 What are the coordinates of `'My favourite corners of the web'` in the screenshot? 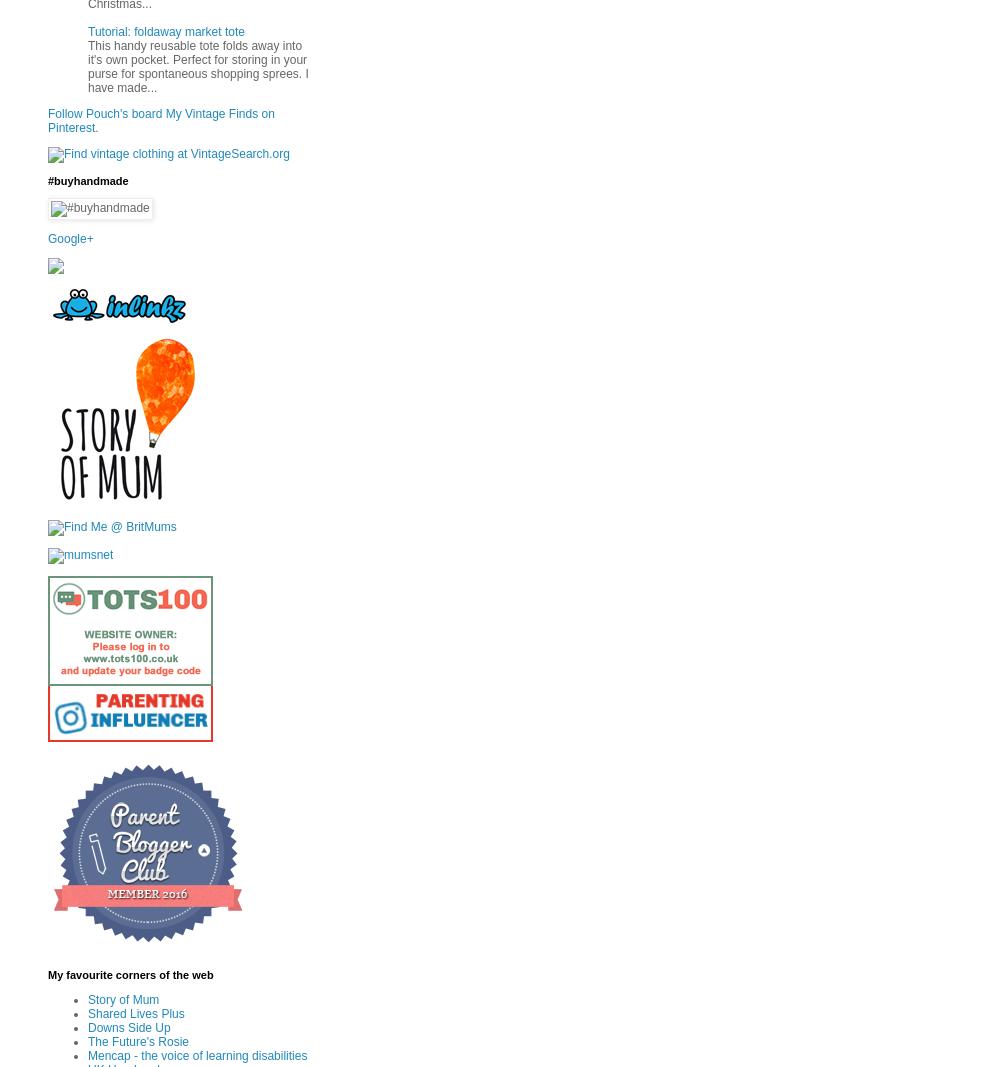 It's located at (129, 975).